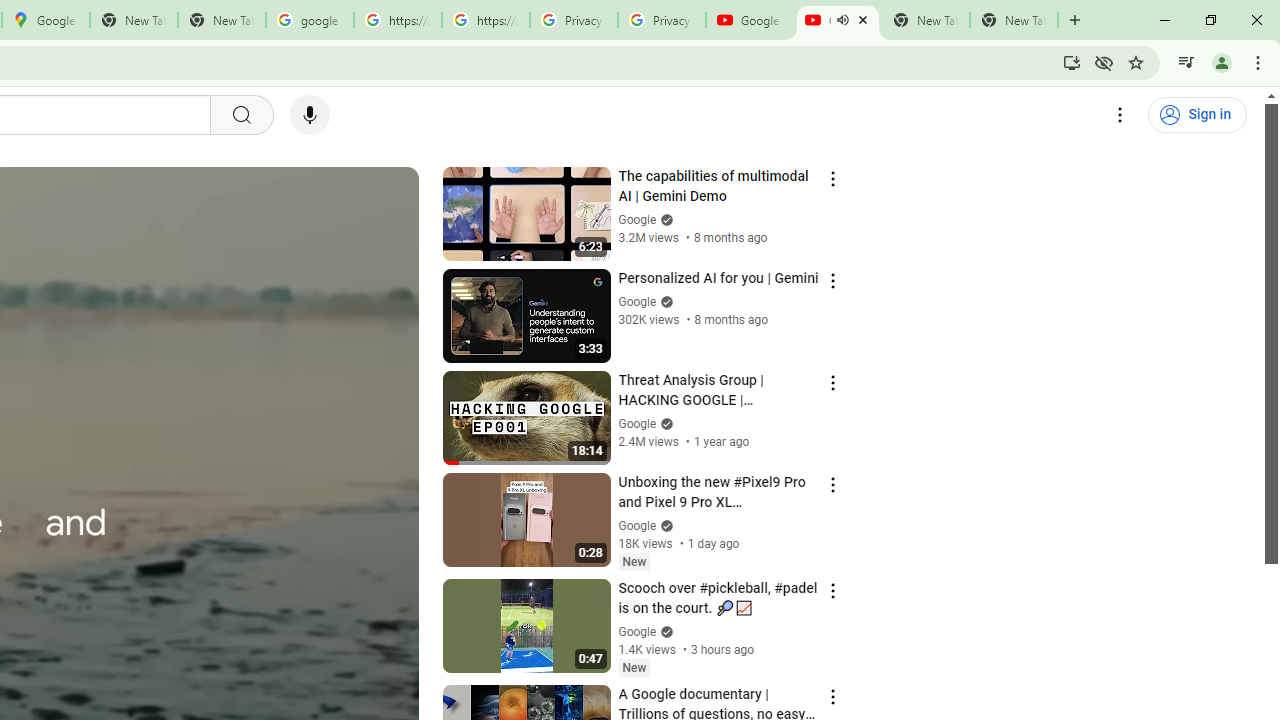  What do you see at coordinates (1120, 115) in the screenshot?
I see `'Settings'` at bounding box center [1120, 115].